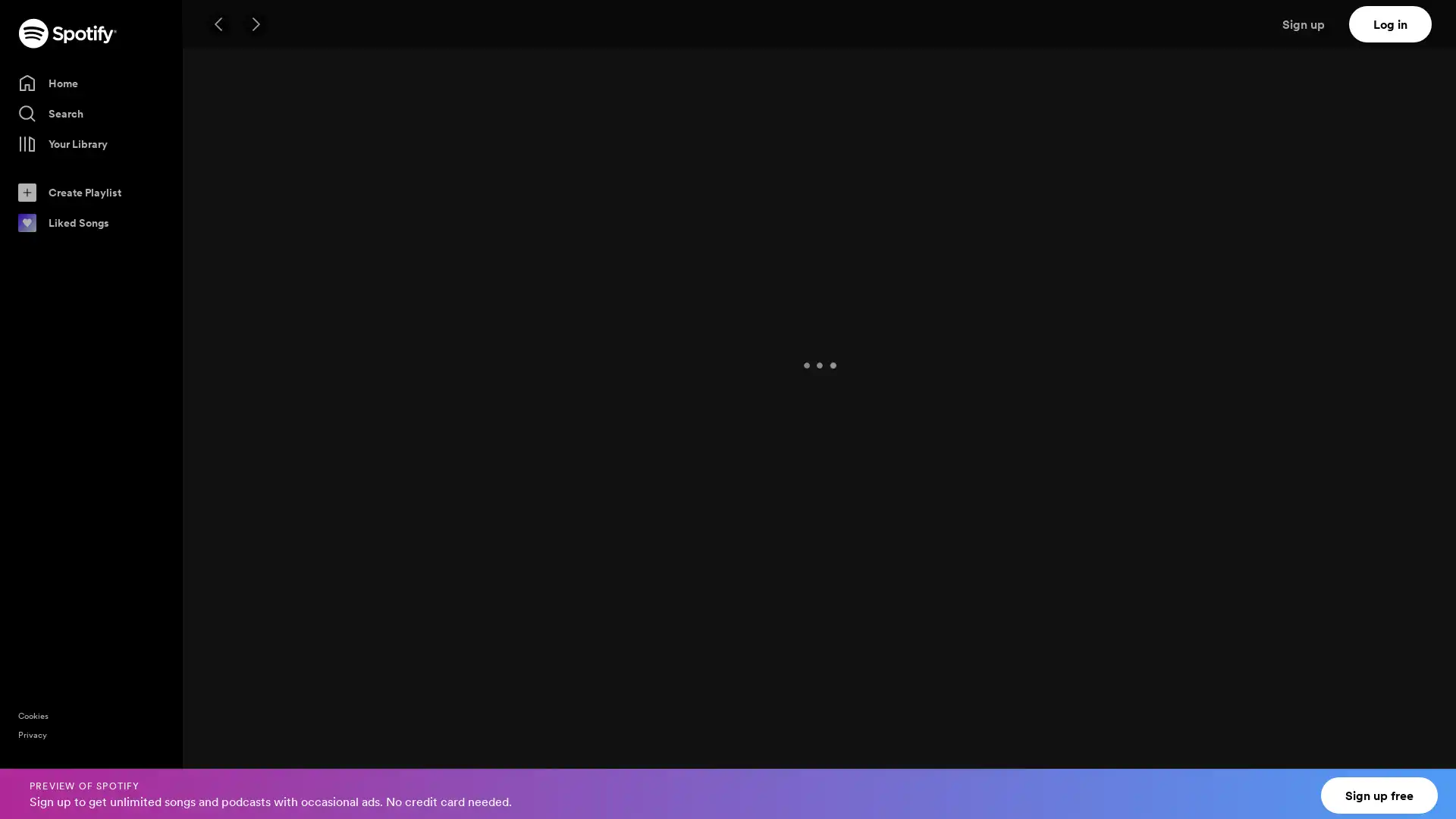  Describe the element at coordinates (1084, 461) in the screenshot. I see `Play D&B` at that location.